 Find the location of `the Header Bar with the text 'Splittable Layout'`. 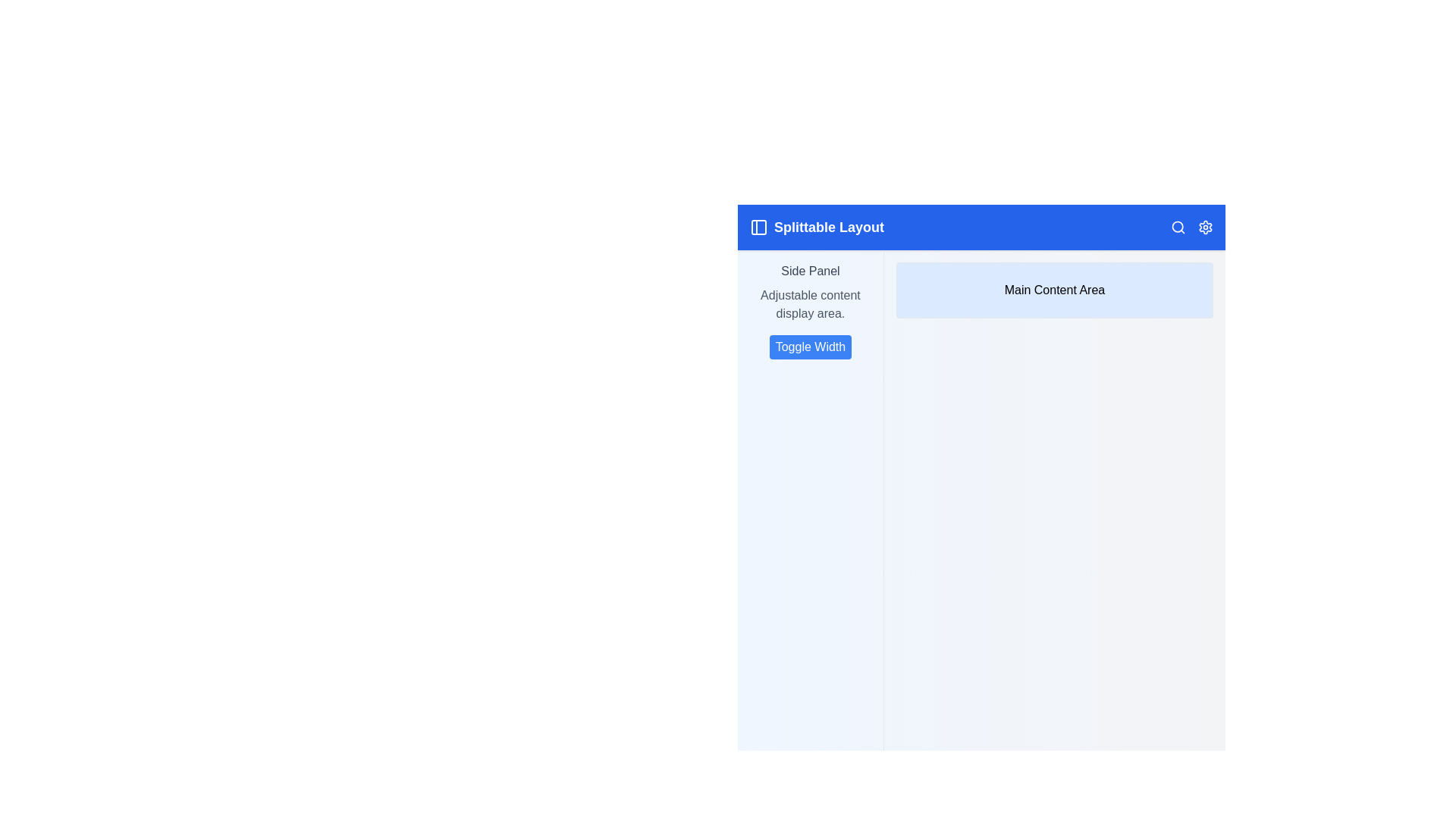

the Header Bar with the text 'Splittable Layout' is located at coordinates (981, 227).